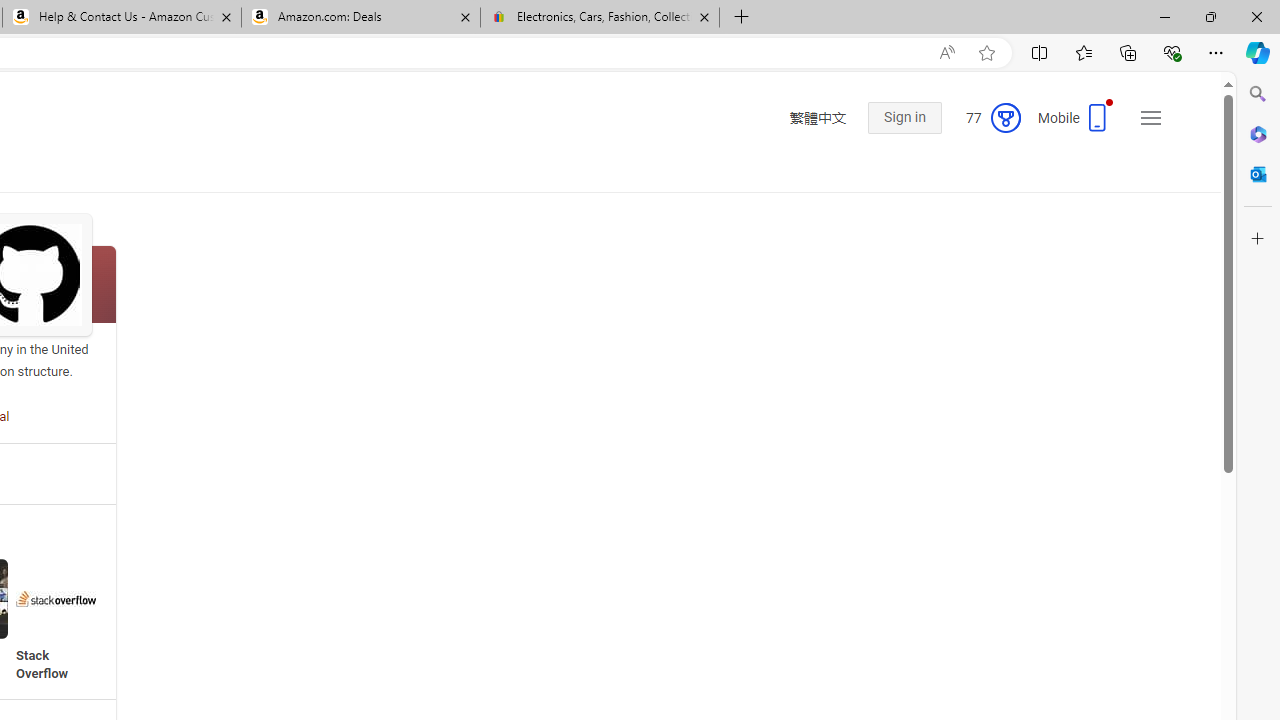 This screenshot has width=1280, height=720. Describe the element at coordinates (55, 598) in the screenshot. I see `'Stack Overflow'` at that location.